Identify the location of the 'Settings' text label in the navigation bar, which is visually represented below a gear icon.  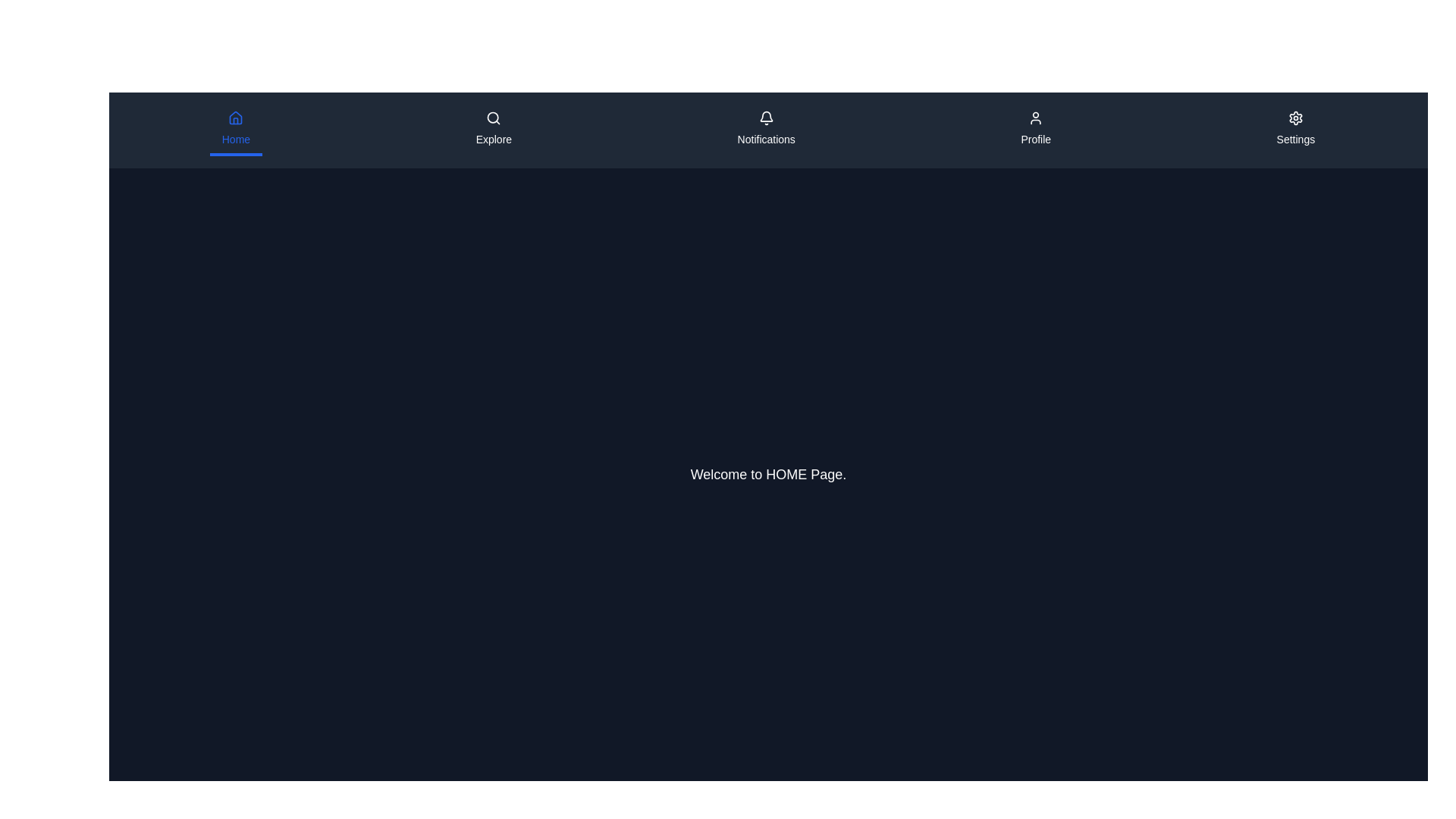
(1294, 140).